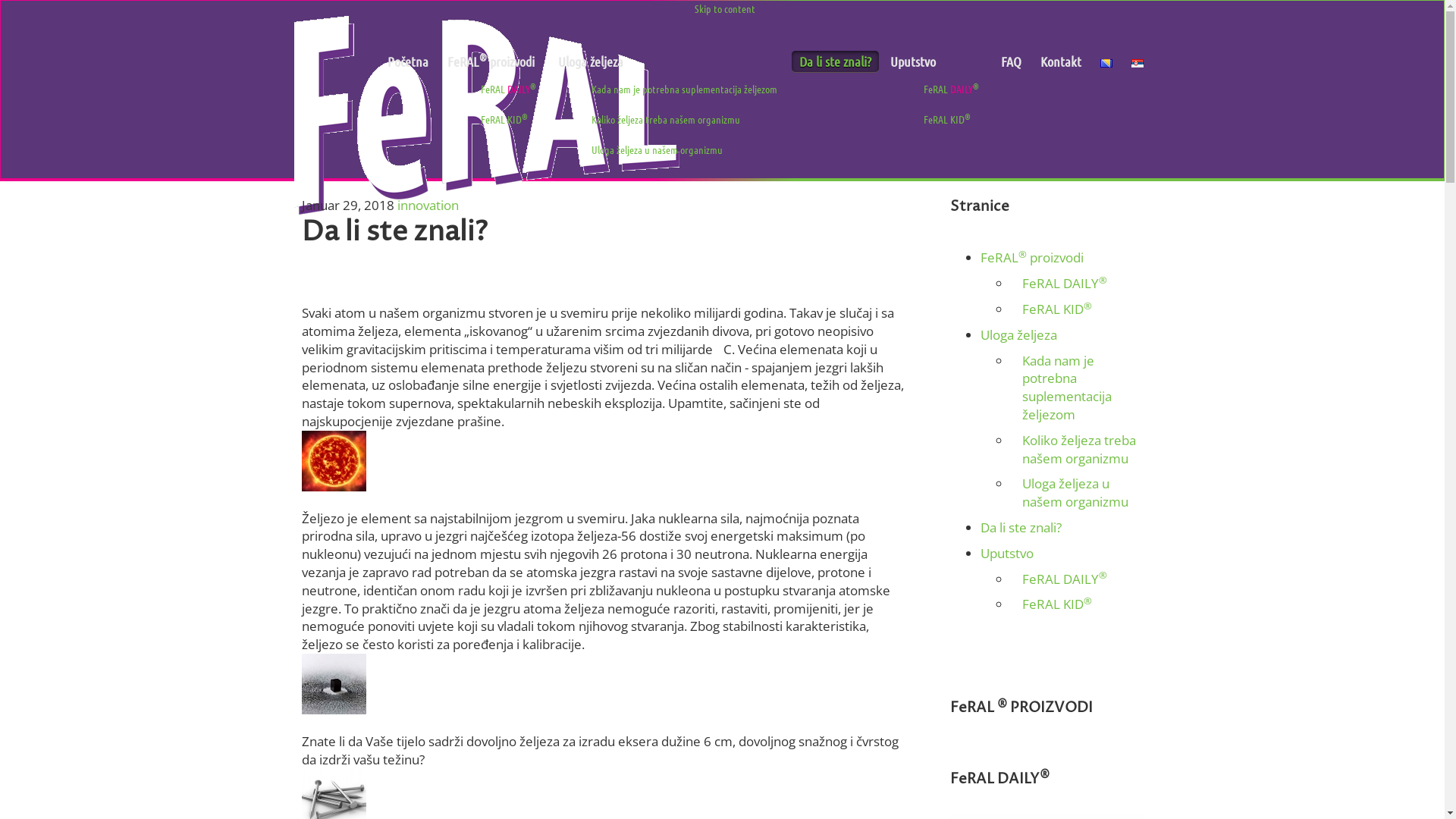 This screenshot has width=1456, height=819. Describe the element at coordinates (1106, 62) in the screenshot. I see `'Bosanski'` at that location.